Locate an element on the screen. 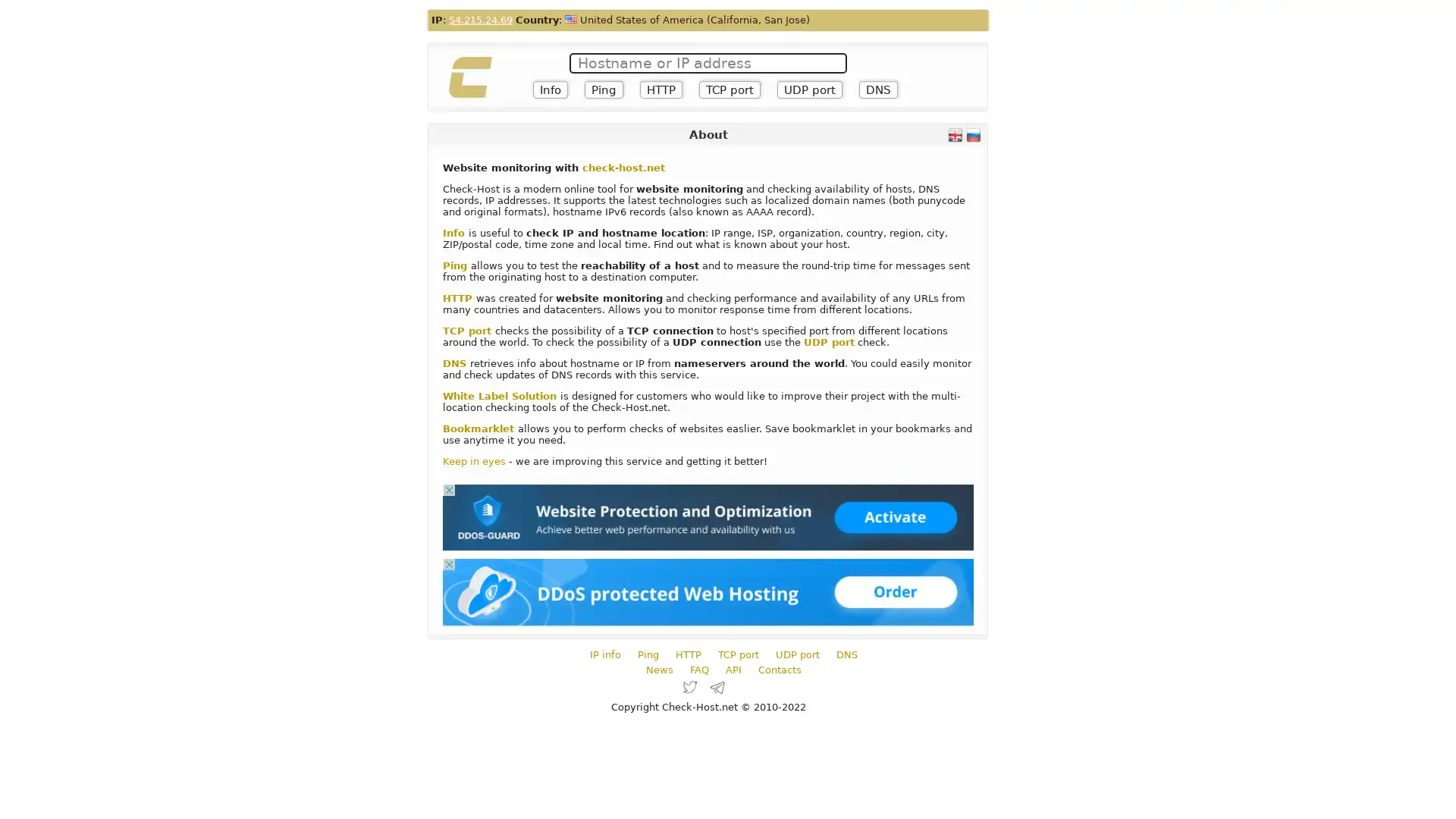  UDP port is located at coordinates (808, 89).